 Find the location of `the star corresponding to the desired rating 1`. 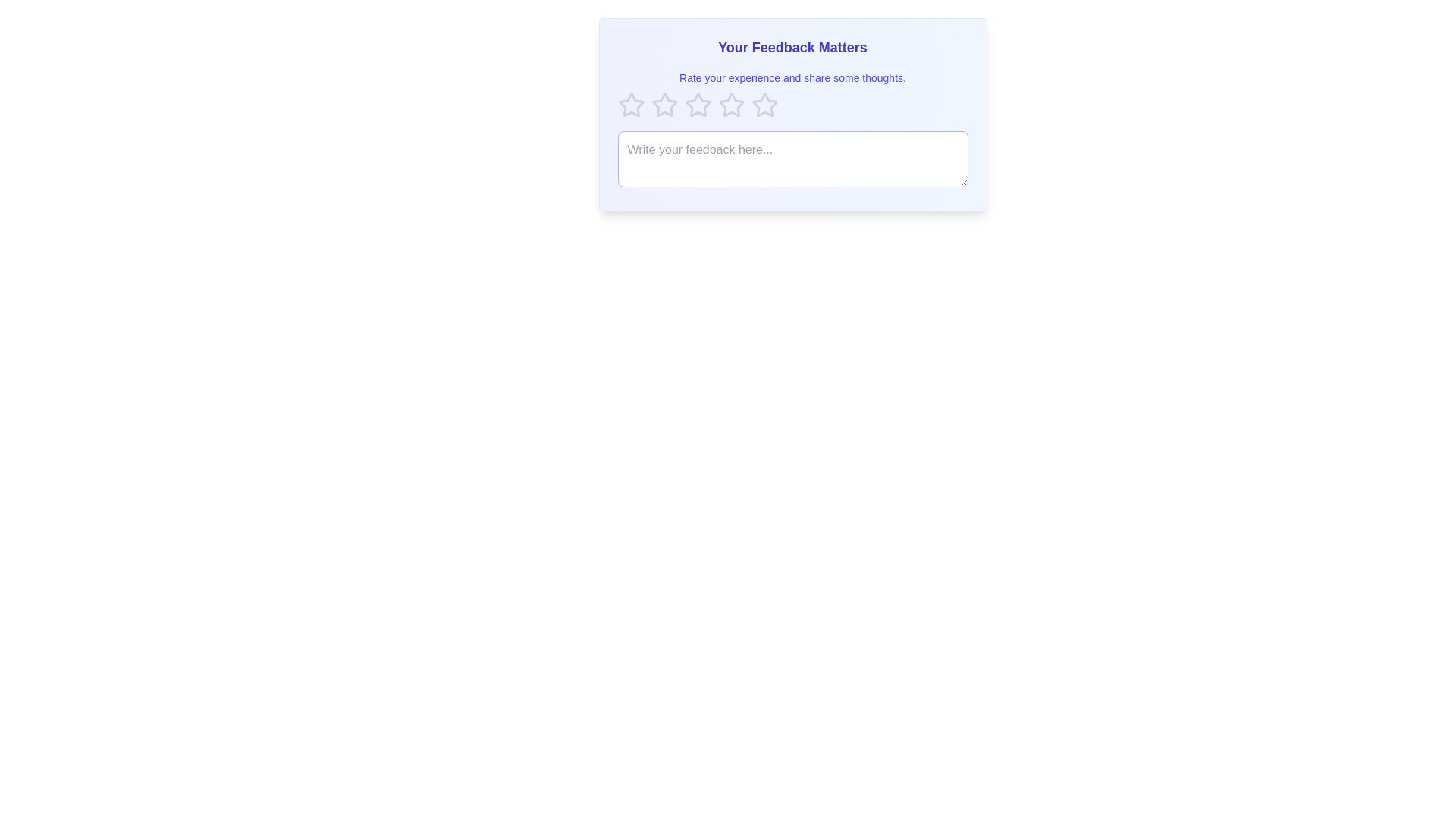

the star corresponding to the desired rating 1 is located at coordinates (631, 104).